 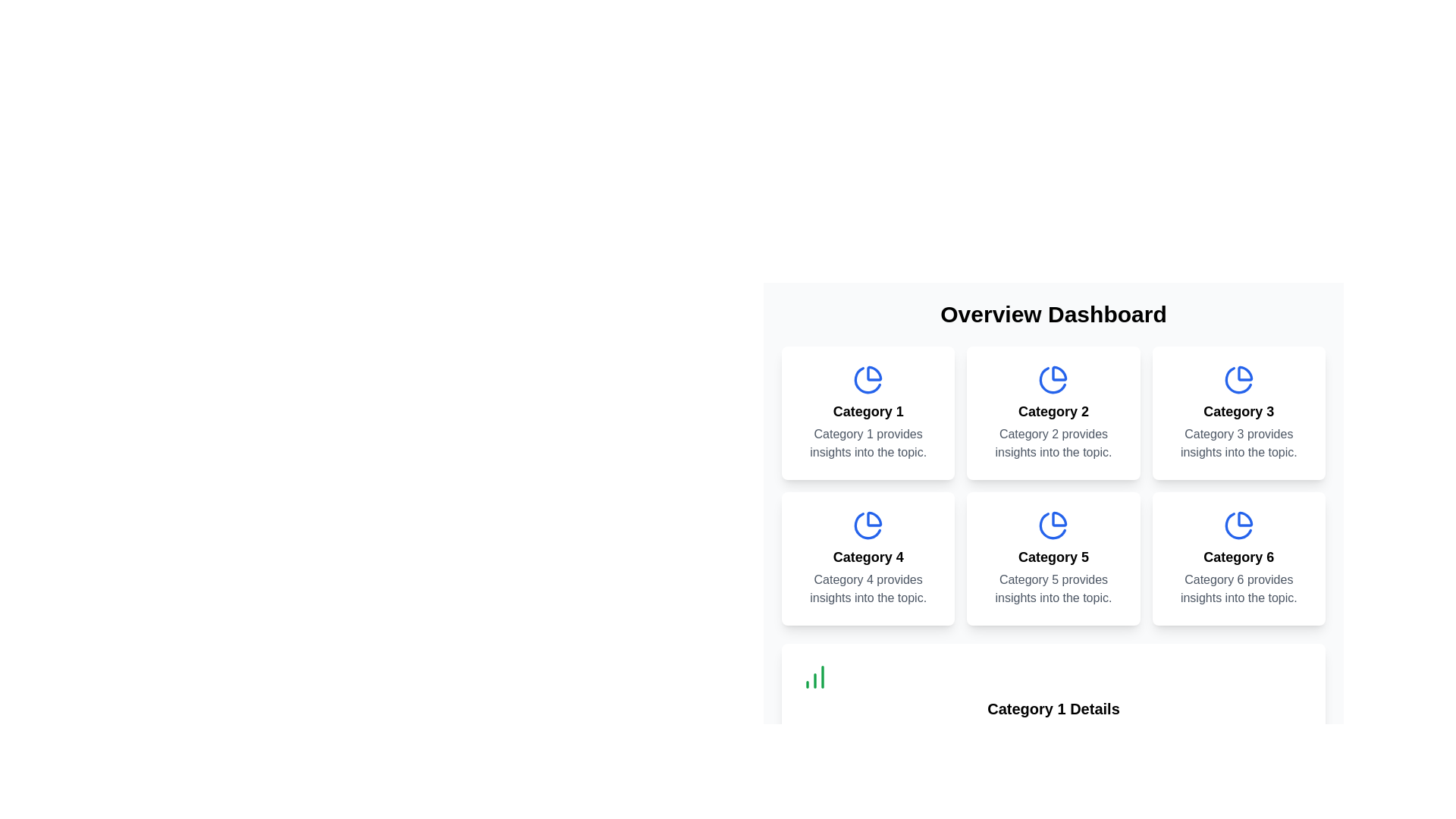 I want to click on text from the Text Header at the top of the dashboard, which provides a title for the section below, so click(x=1053, y=314).